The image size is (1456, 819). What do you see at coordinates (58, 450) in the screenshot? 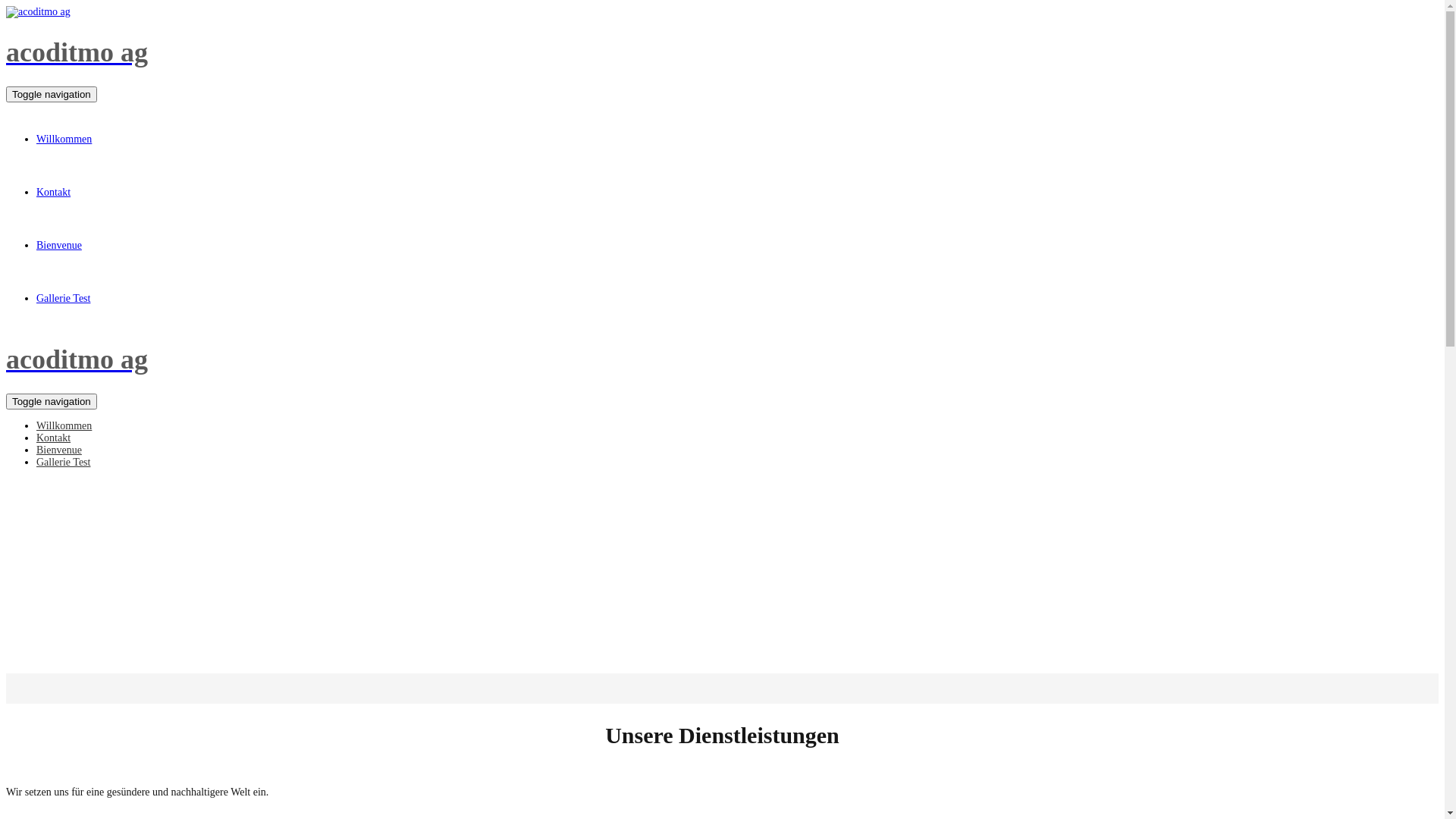
I see `'Bienvenue'` at bounding box center [58, 450].